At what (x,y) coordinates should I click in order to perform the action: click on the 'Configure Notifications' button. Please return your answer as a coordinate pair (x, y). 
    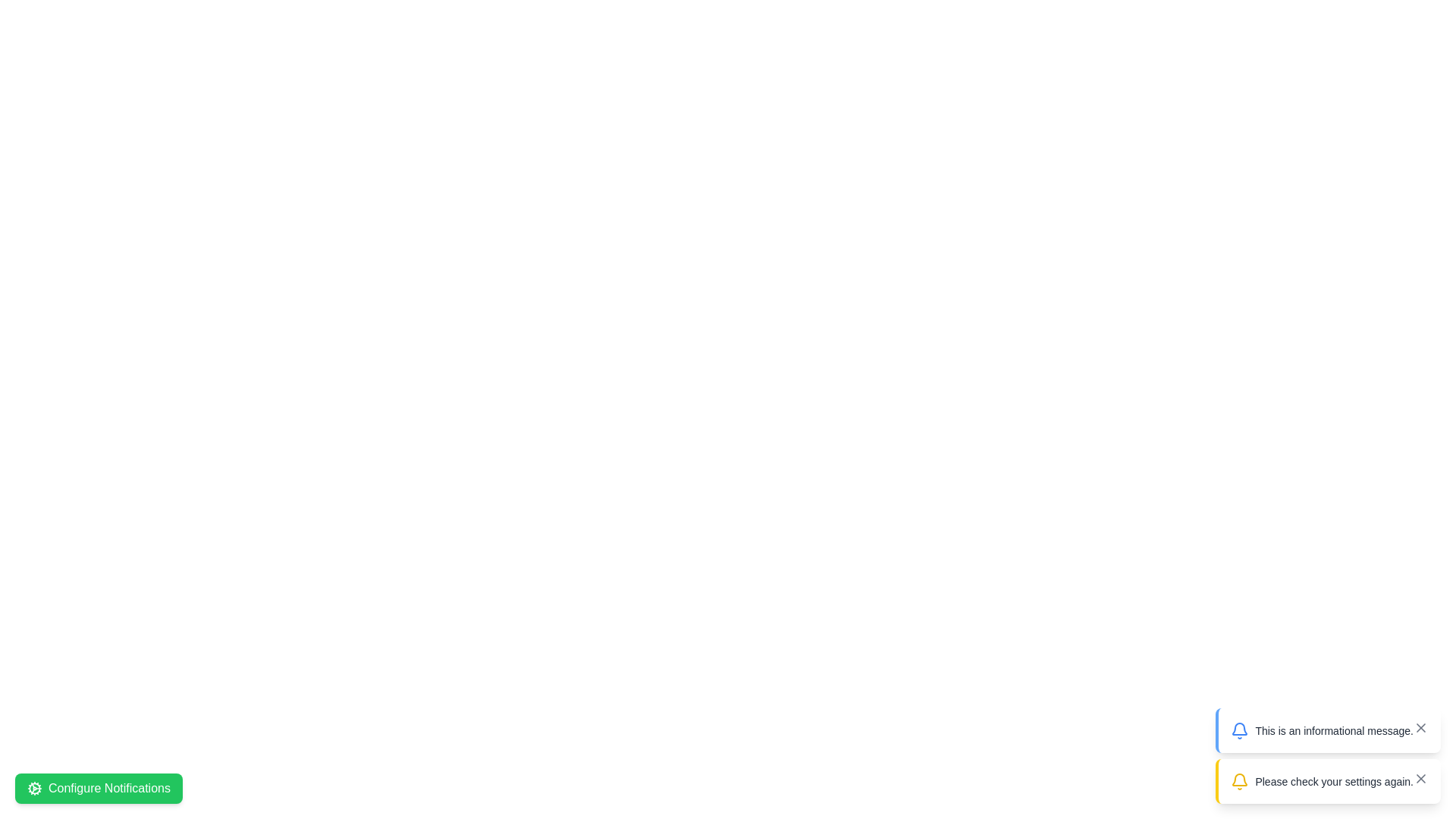
    Looking at the image, I should click on (97, 788).